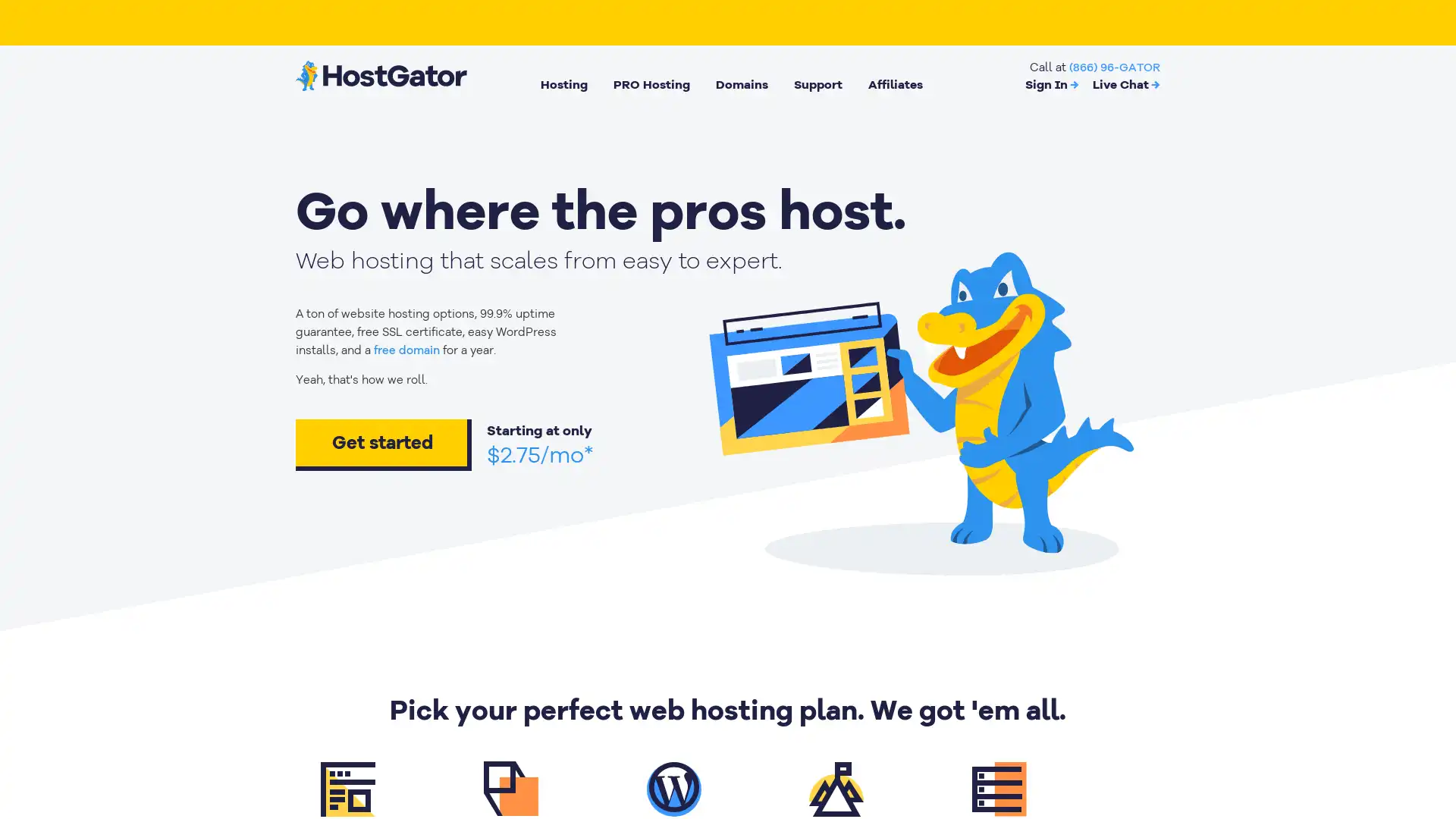 The height and width of the screenshot is (819, 1456). I want to click on Cookies Settings, so click(154, 760).